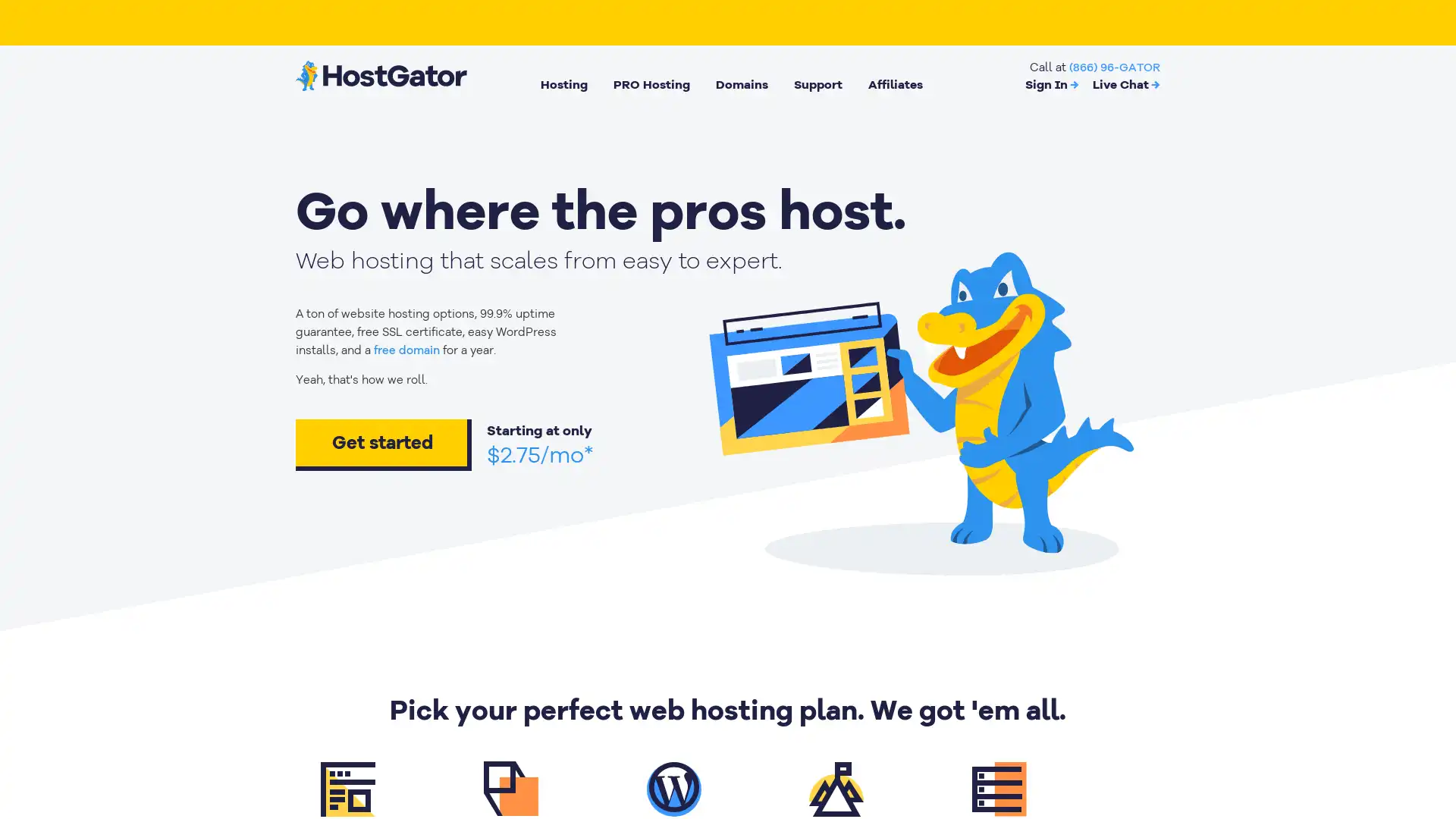 The height and width of the screenshot is (819, 1456). I want to click on Cookies Settings, so click(154, 760).